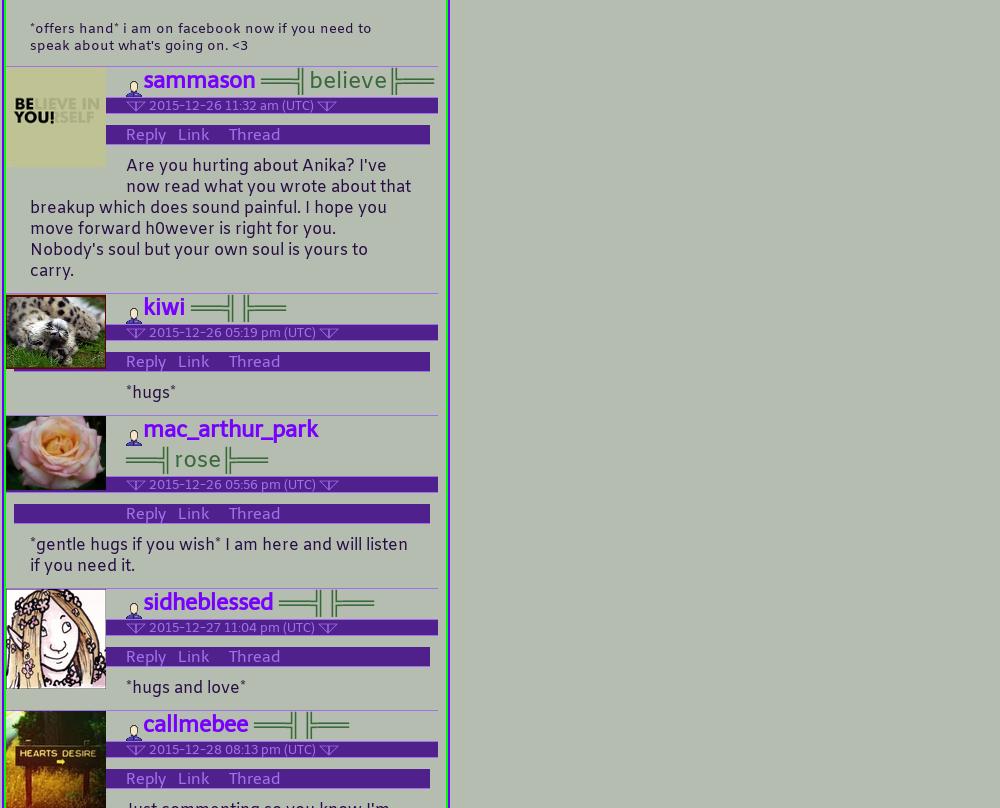  Describe the element at coordinates (194, 723) in the screenshot. I see `'callmebee'` at that location.